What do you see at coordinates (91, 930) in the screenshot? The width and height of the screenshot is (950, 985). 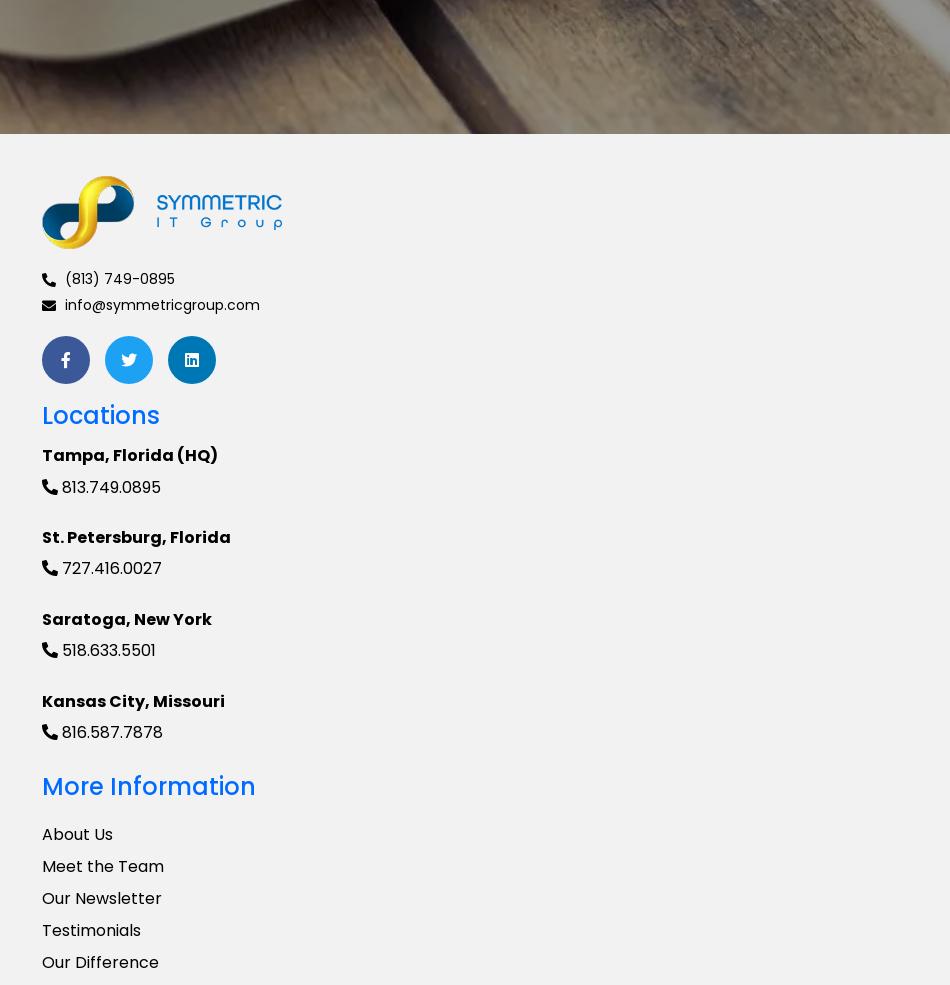 I see `'Testimonials'` at bounding box center [91, 930].